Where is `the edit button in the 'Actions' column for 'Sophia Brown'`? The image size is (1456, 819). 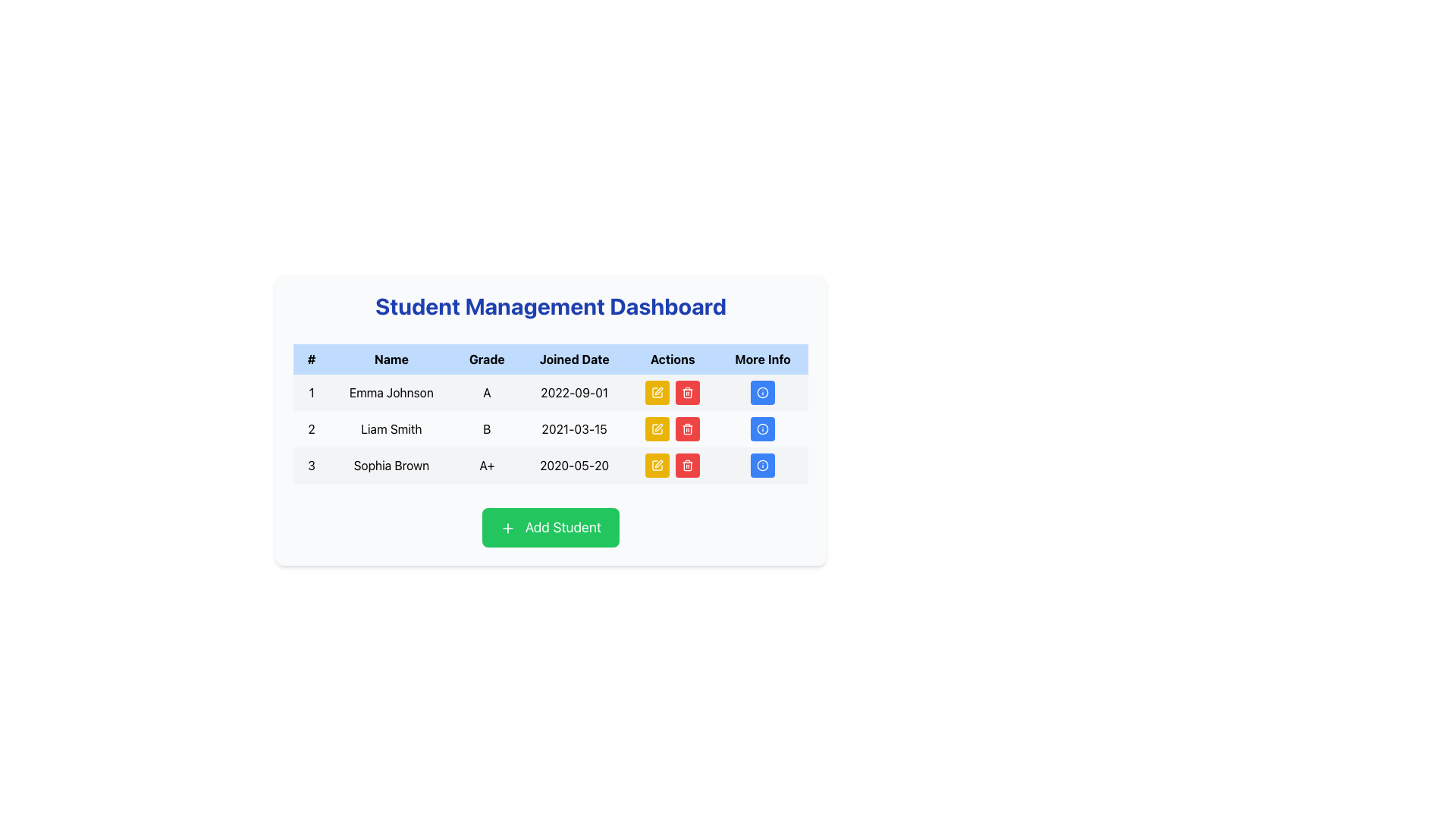 the edit button in the 'Actions' column for 'Sophia Brown' is located at coordinates (657, 464).